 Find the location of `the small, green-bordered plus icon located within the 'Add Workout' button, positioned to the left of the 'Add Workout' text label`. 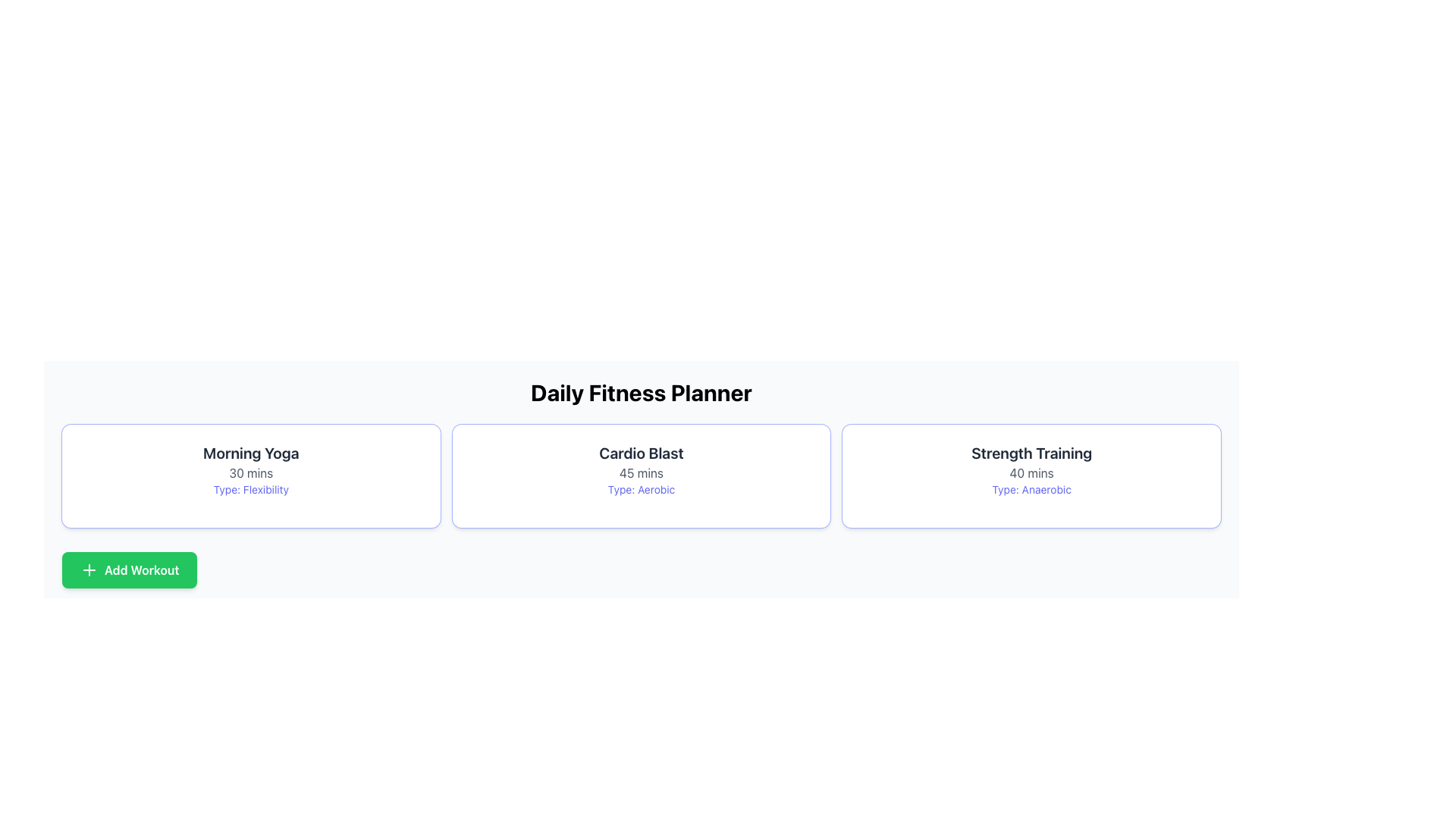

the small, green-bordered plus icon located within the 'Add Workout' button, positioned to the left of the 'Add Workout' text label is located at coordinates (89, 570).